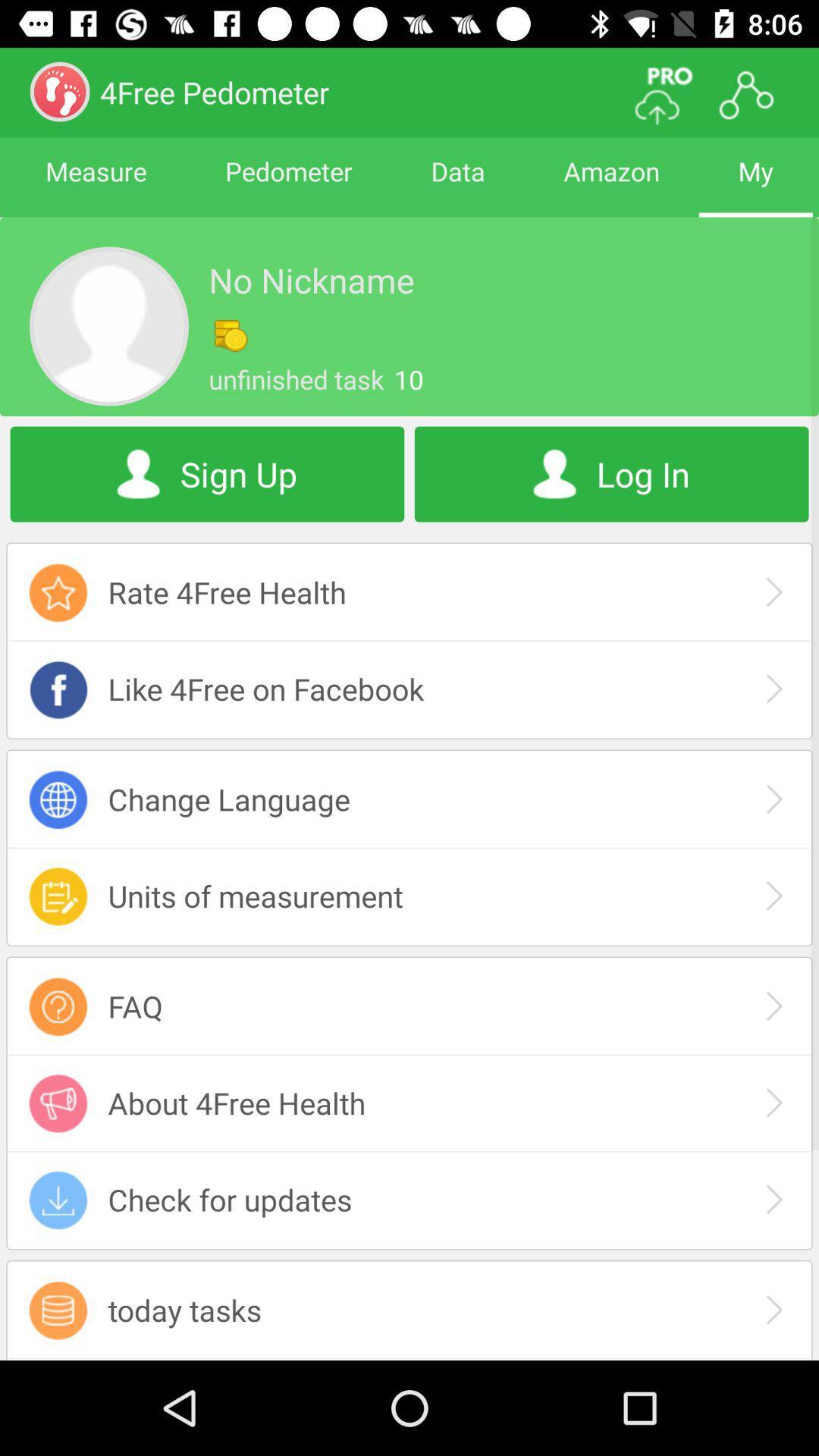 Image resolution: width=819 pixels, height=1456 pixels. Describe the element at coordinates (409, 1006) in the screenshot. I see `faq app` at that location.